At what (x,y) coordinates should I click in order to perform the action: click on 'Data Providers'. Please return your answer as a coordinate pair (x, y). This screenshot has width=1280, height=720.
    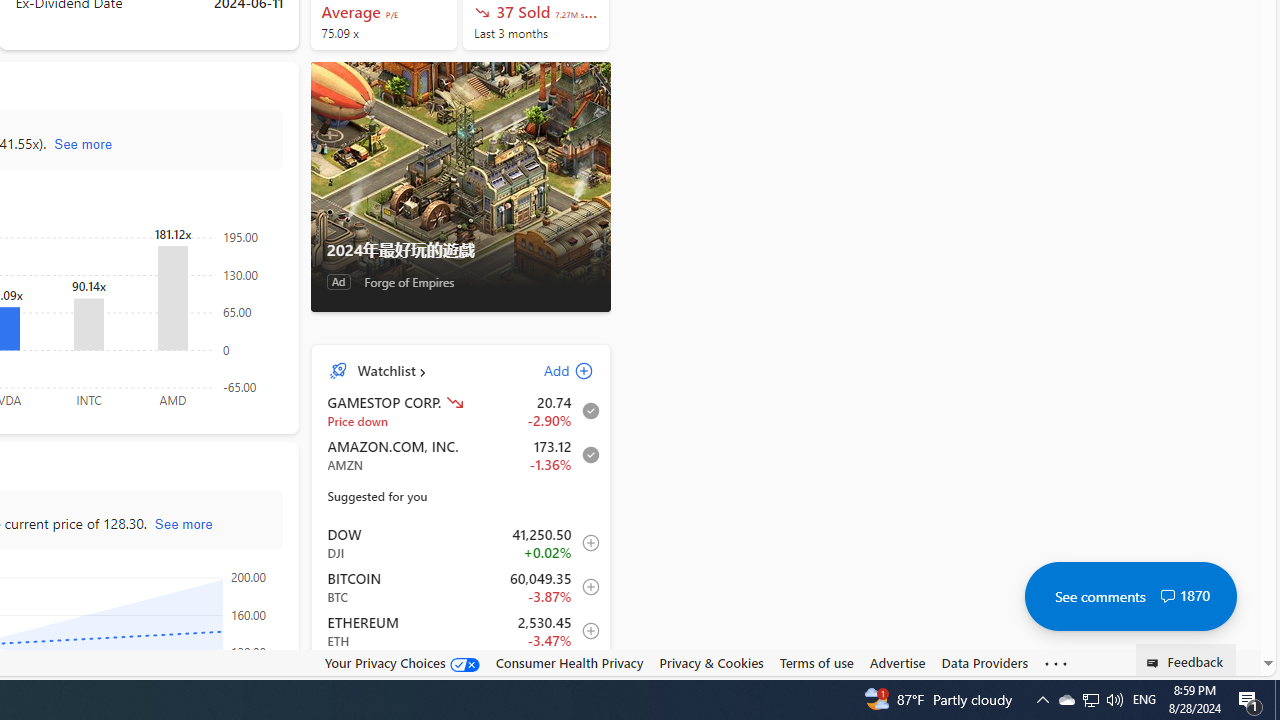
    Looking at the image, I should click on (984, 663).